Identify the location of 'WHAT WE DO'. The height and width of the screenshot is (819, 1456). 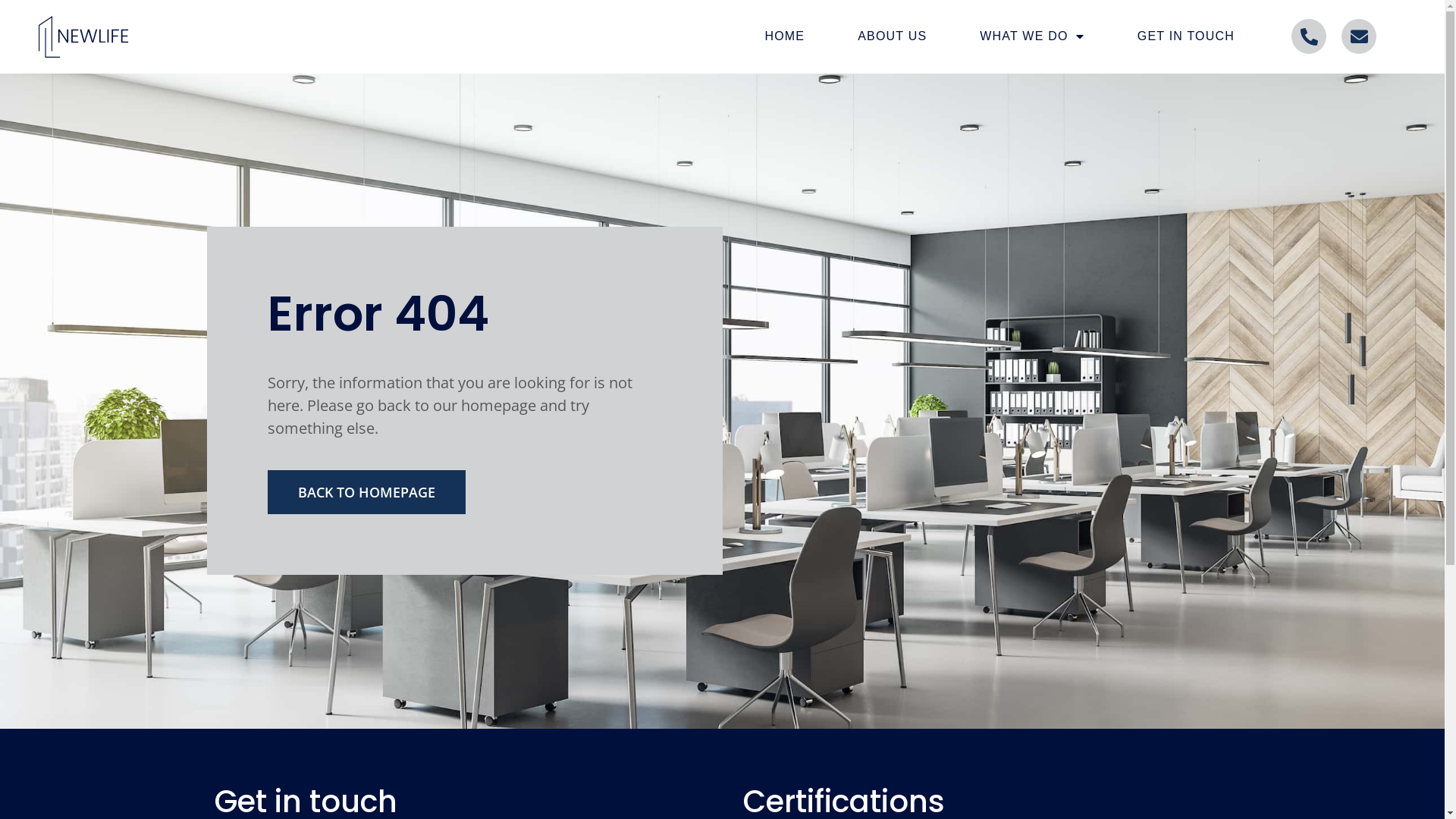
(1031, 35).